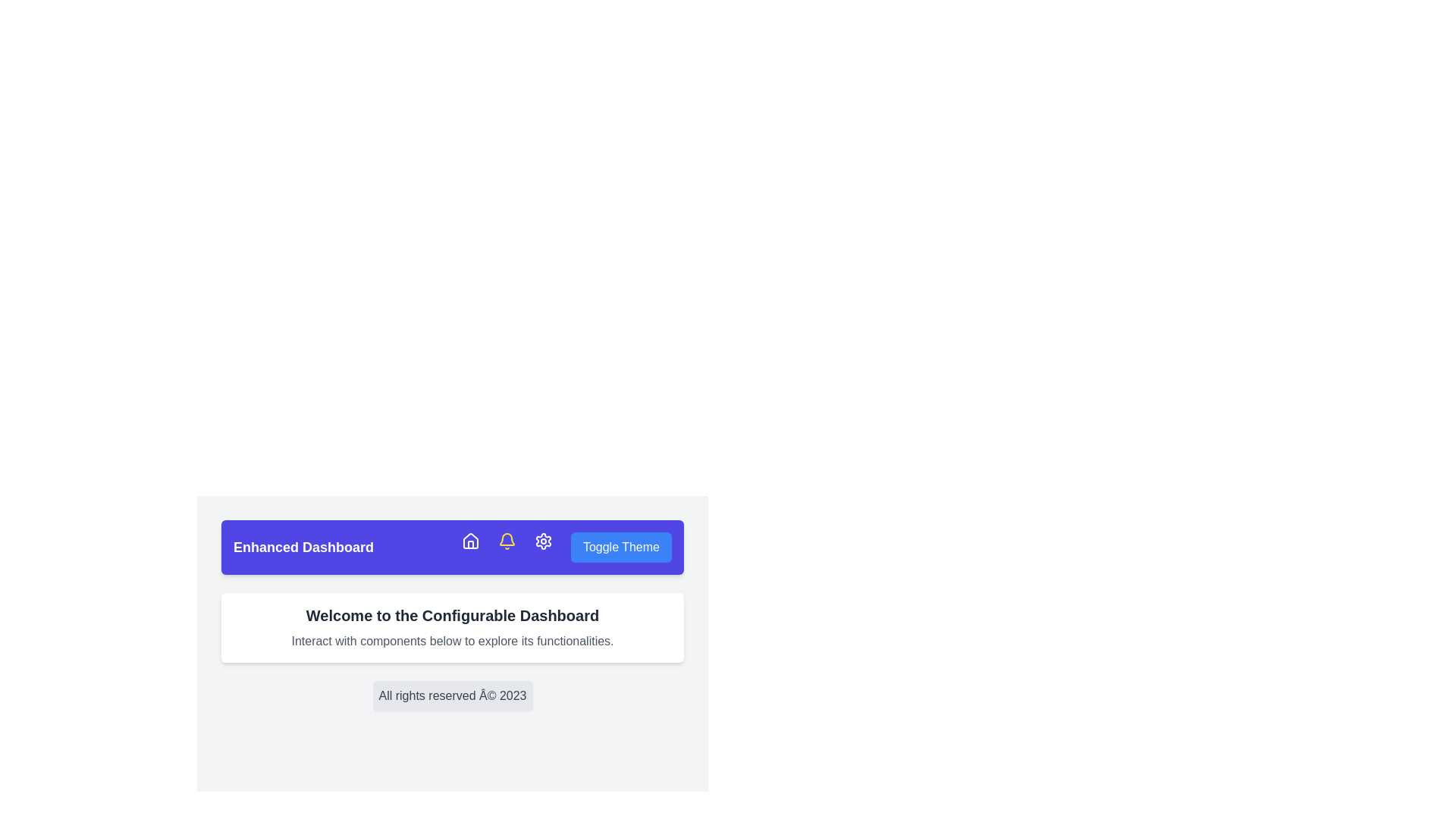 The height and width of the screenshot is (819, 1456). Describe the element at coordinates (469, 540) in the screenshot. I see `the interactive icon in the navigation bar, which serves as a link to return to the homepage or dashboard` at that location.